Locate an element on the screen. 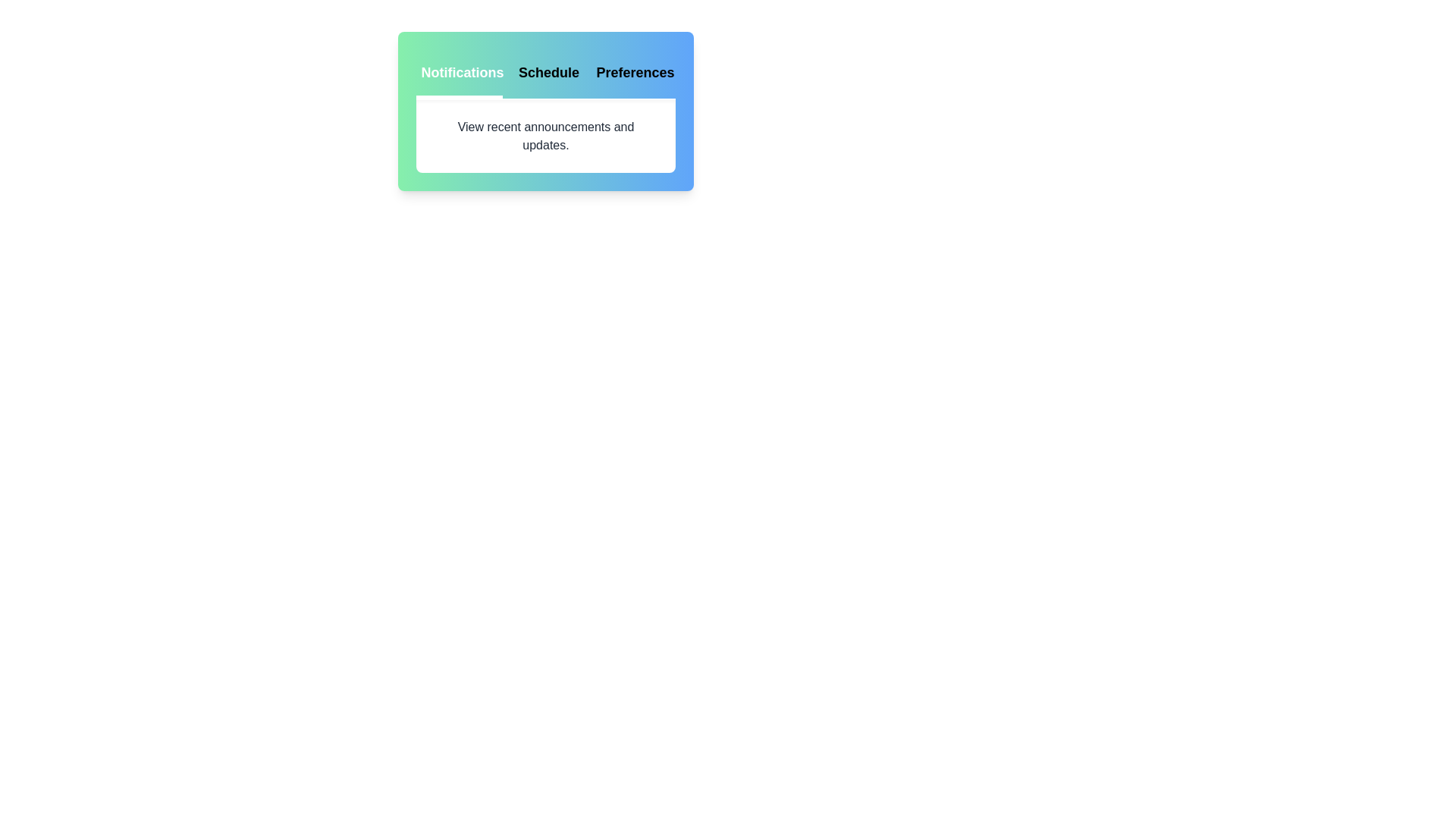  the content displayed in the active tab area is located at coordinates (546, 136).